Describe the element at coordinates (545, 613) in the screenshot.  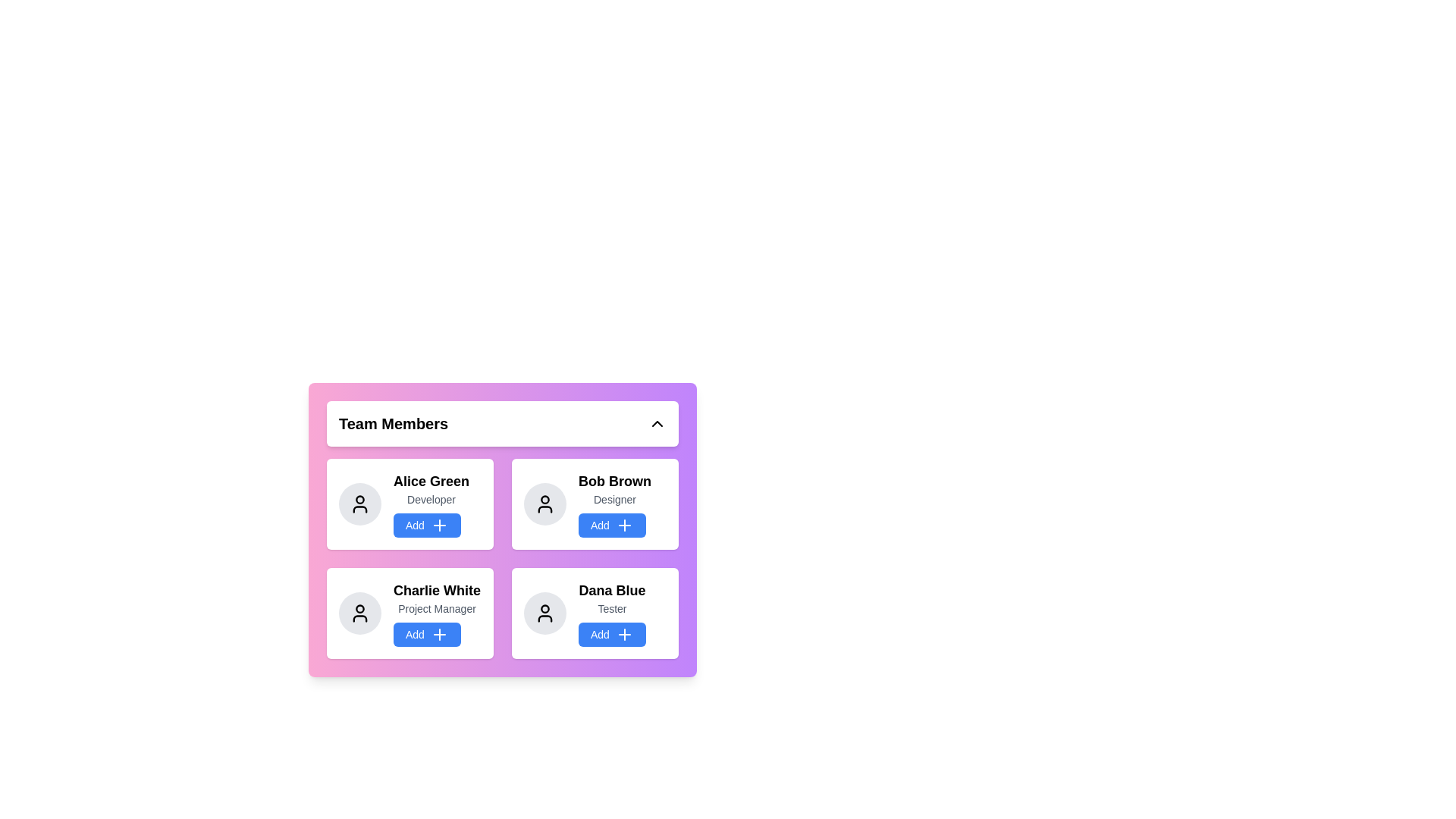
I see `the appearance of the user profile icon located in the bottom-right corner of the fourth card titled 'Dana Blue - Tester', which is above the blue button labeled 'Add'` at that location.